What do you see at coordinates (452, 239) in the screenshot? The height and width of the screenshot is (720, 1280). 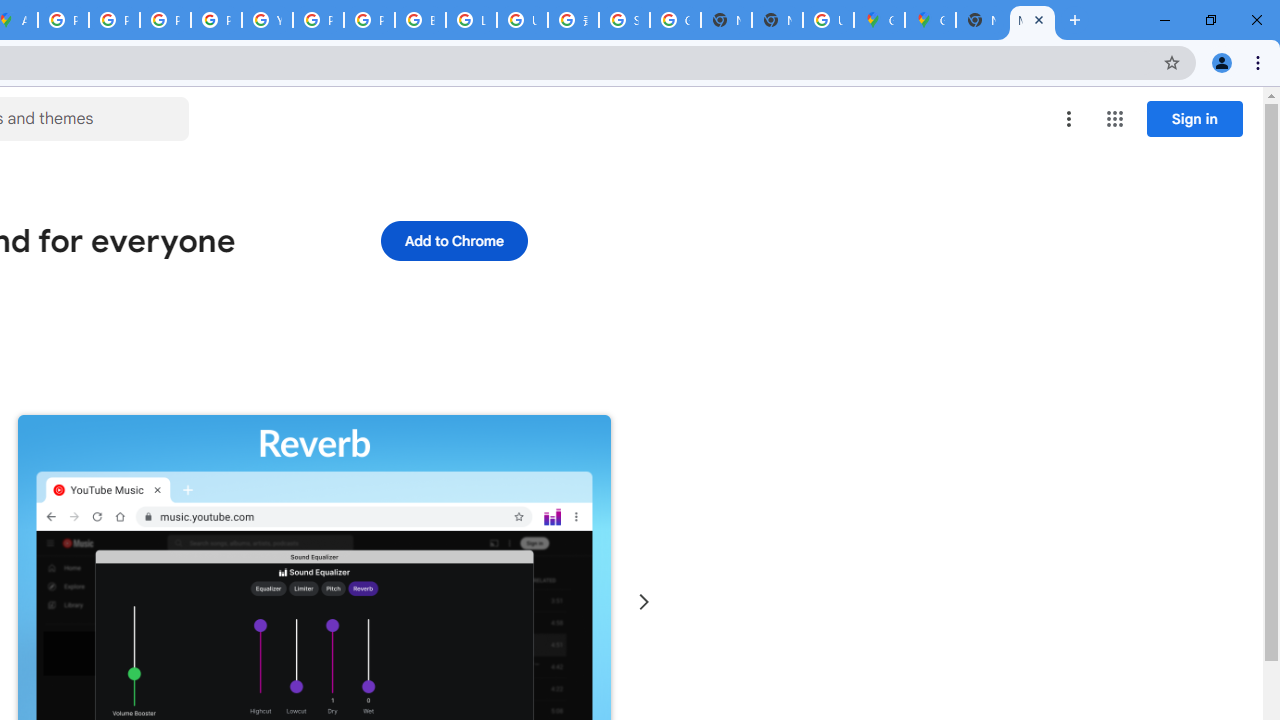 I see `'Add to Chrome'` at bounding box center [452, 239].